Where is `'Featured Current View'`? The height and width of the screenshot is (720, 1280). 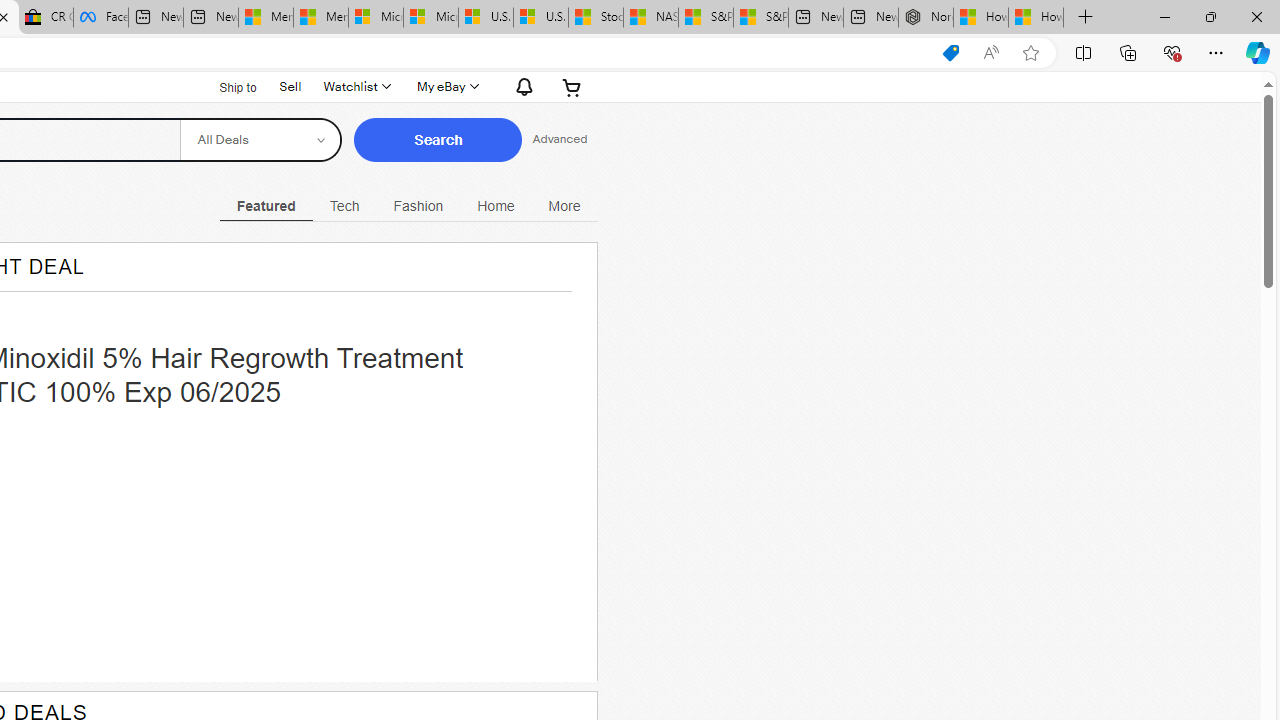 'Featured Current View' is located at coordinates (265, 205).